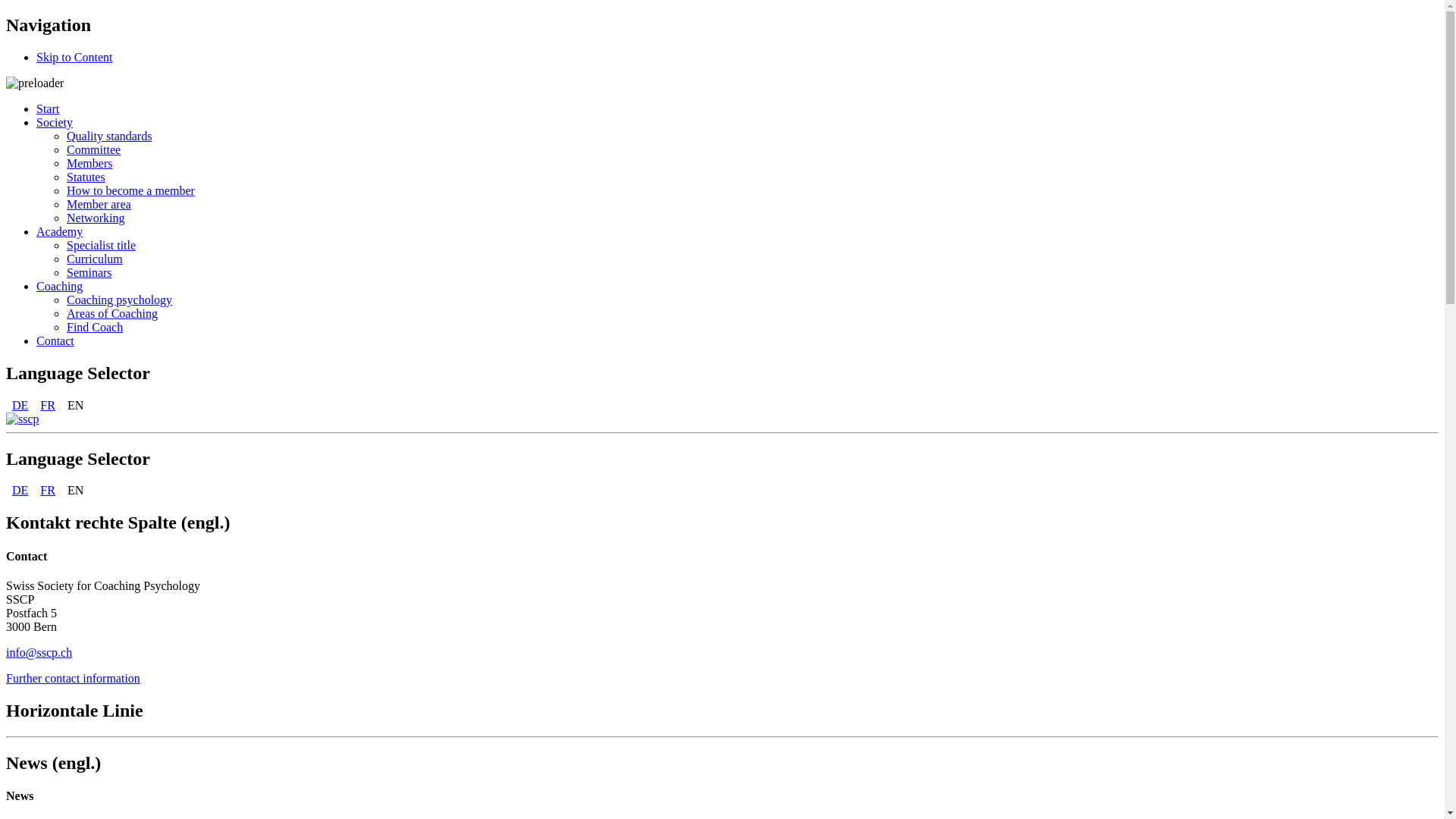 This screenshot has height=819, width=1456. I want to click on 'FR', so click(33, 404).